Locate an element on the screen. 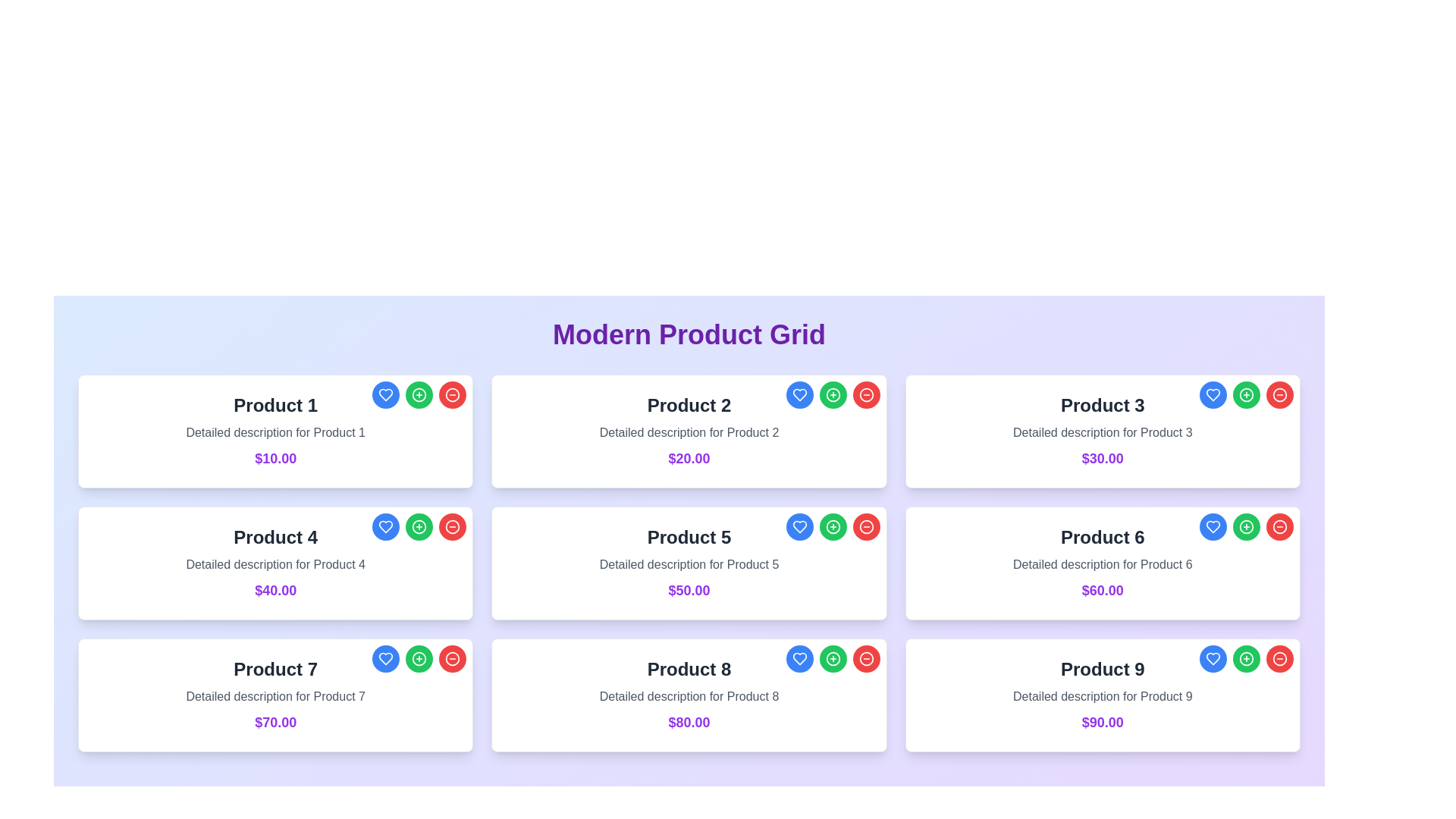  the icon button with an add action located in the card titled 'Product 2' at the top-right corner is located at coordinates (832, 394).